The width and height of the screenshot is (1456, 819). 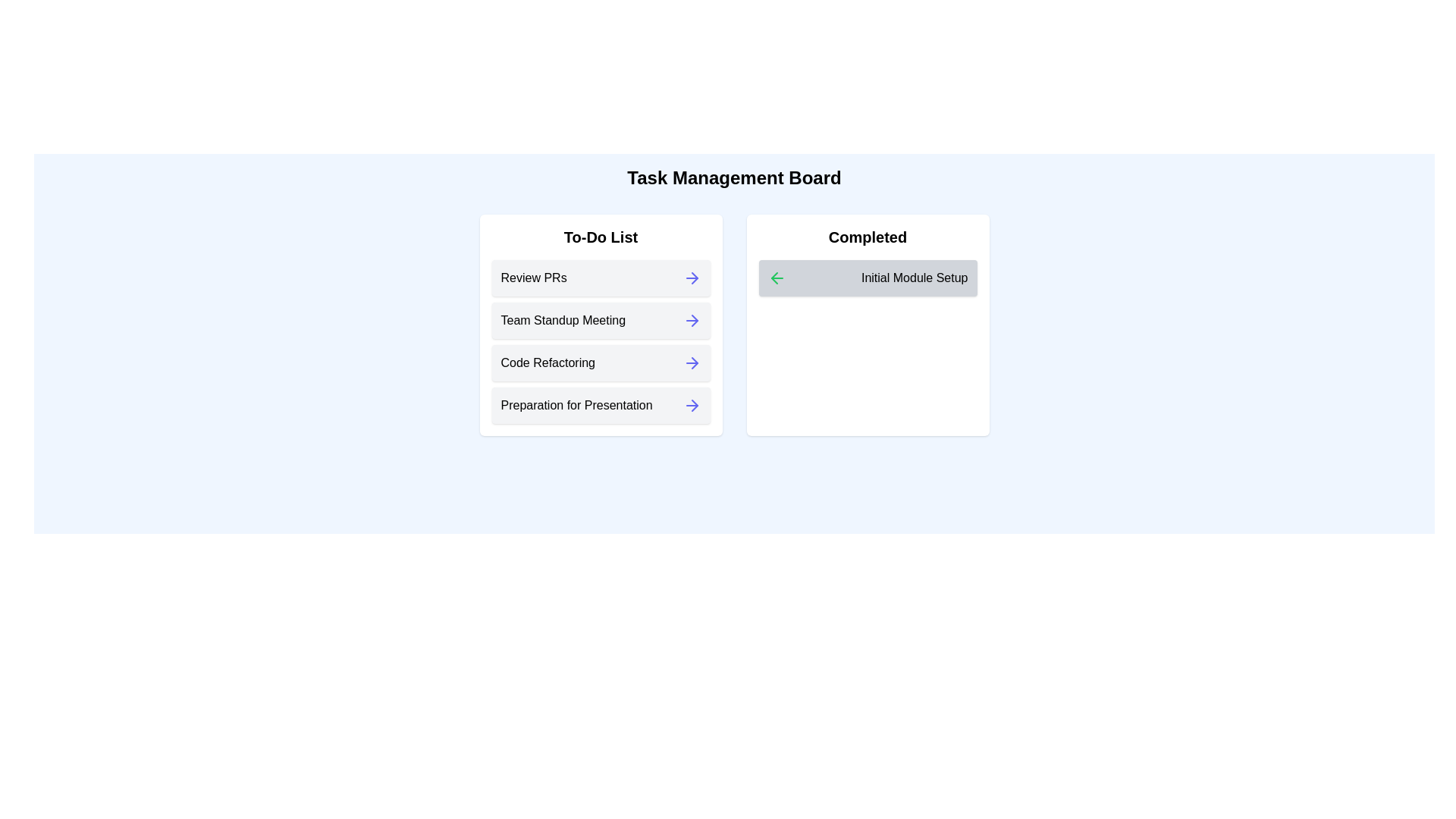 I want to click on the arrow next to the task 'Preparation for Presentation' in the 'To-Do List' to move it to the 'Completed' list, so click(x=691, y=405).